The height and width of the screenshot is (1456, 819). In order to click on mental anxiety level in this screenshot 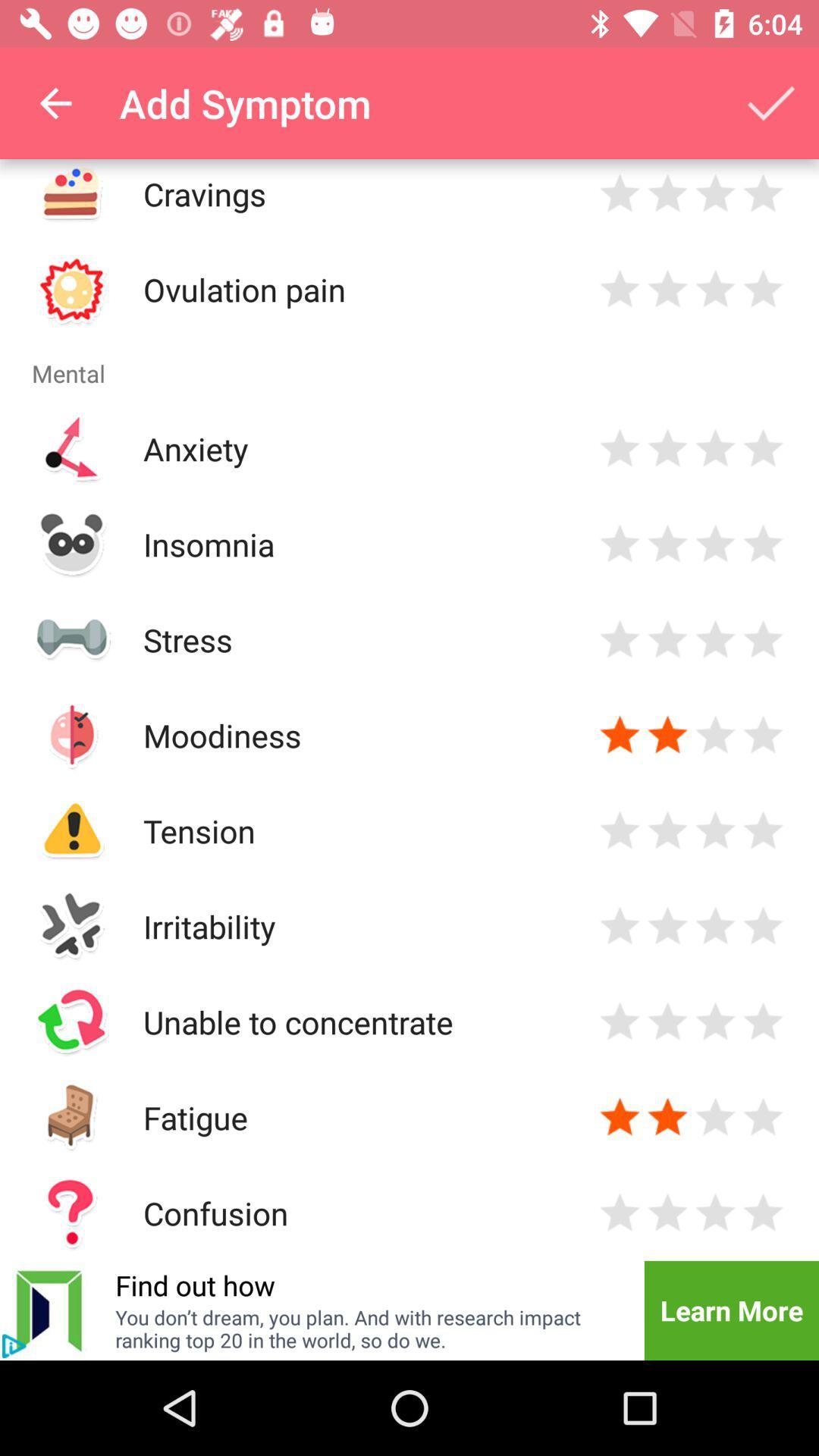, I will do `click(715, 447)`.